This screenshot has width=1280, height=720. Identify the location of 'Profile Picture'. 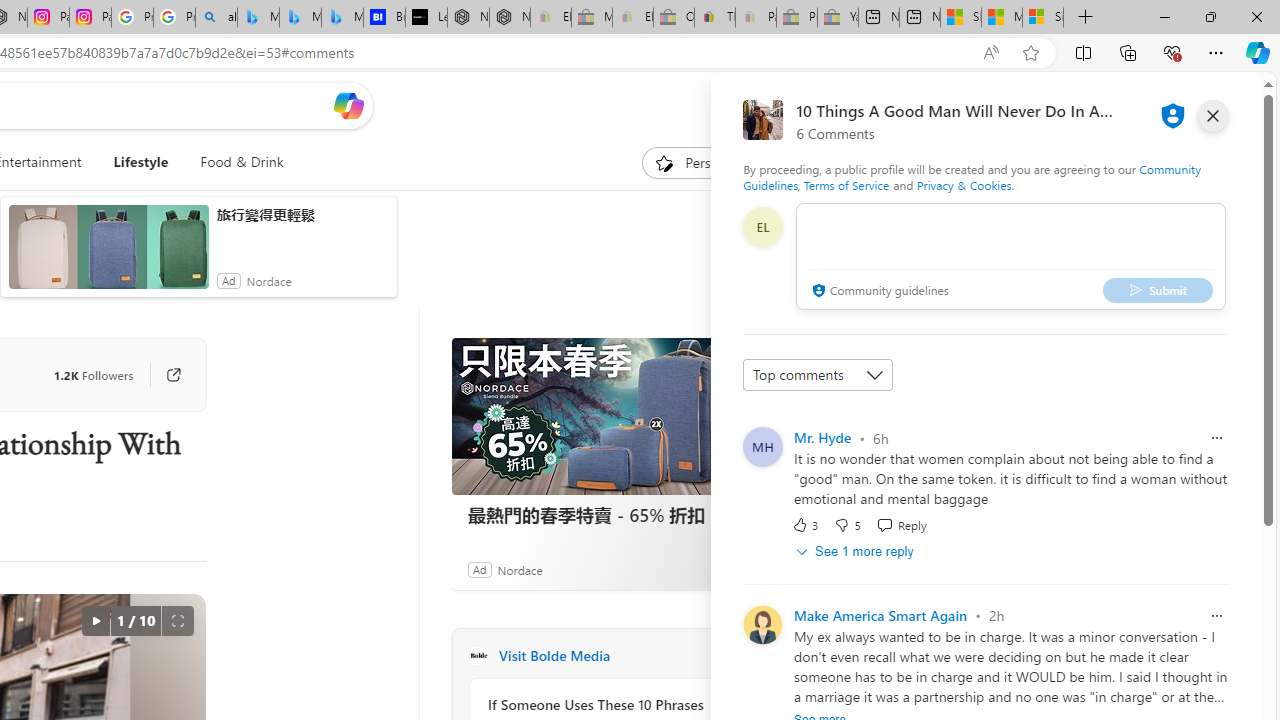
(761, 623).